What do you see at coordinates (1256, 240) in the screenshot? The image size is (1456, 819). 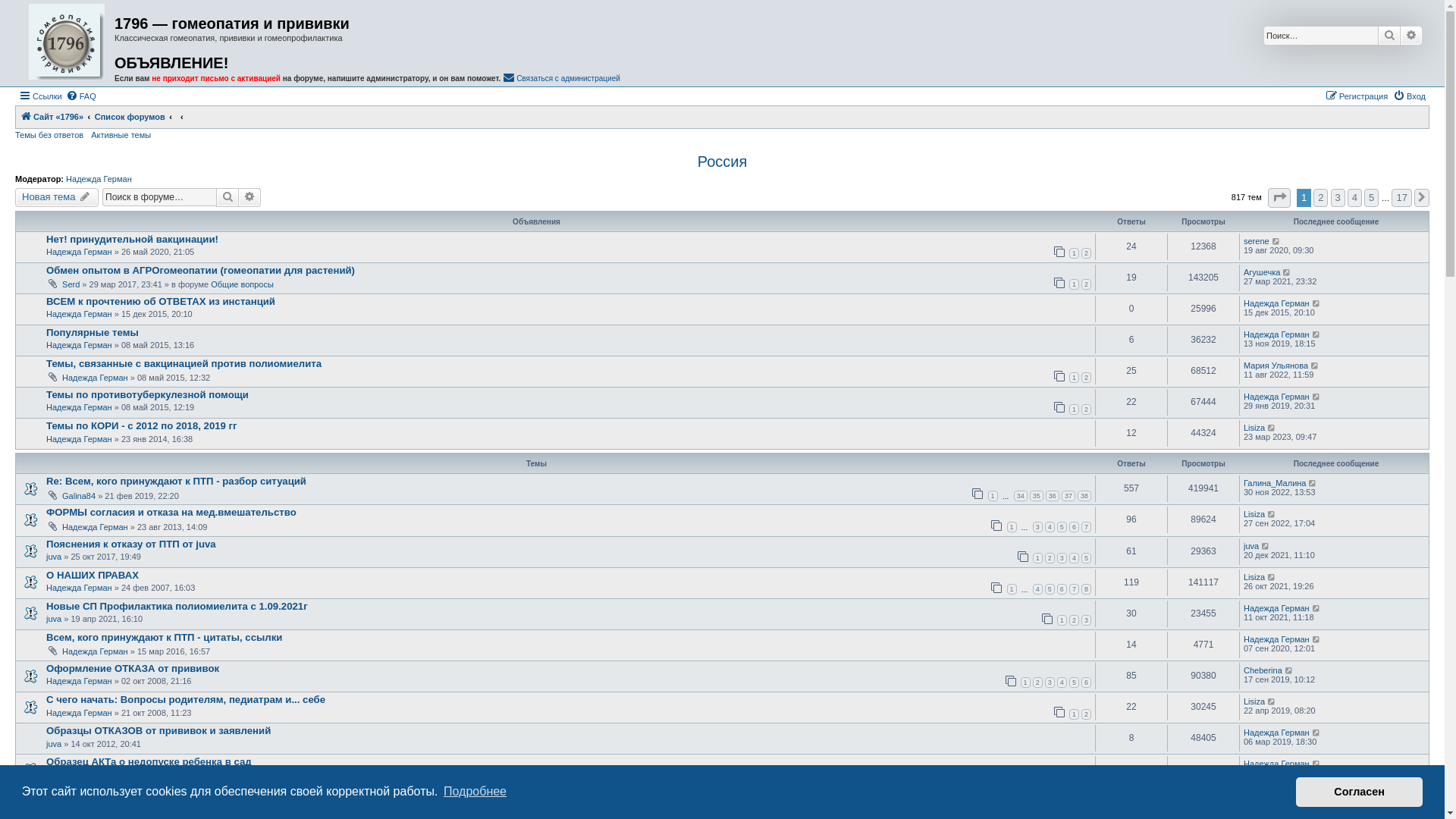 I see `'serene'` at bounding box center [1256, 240].